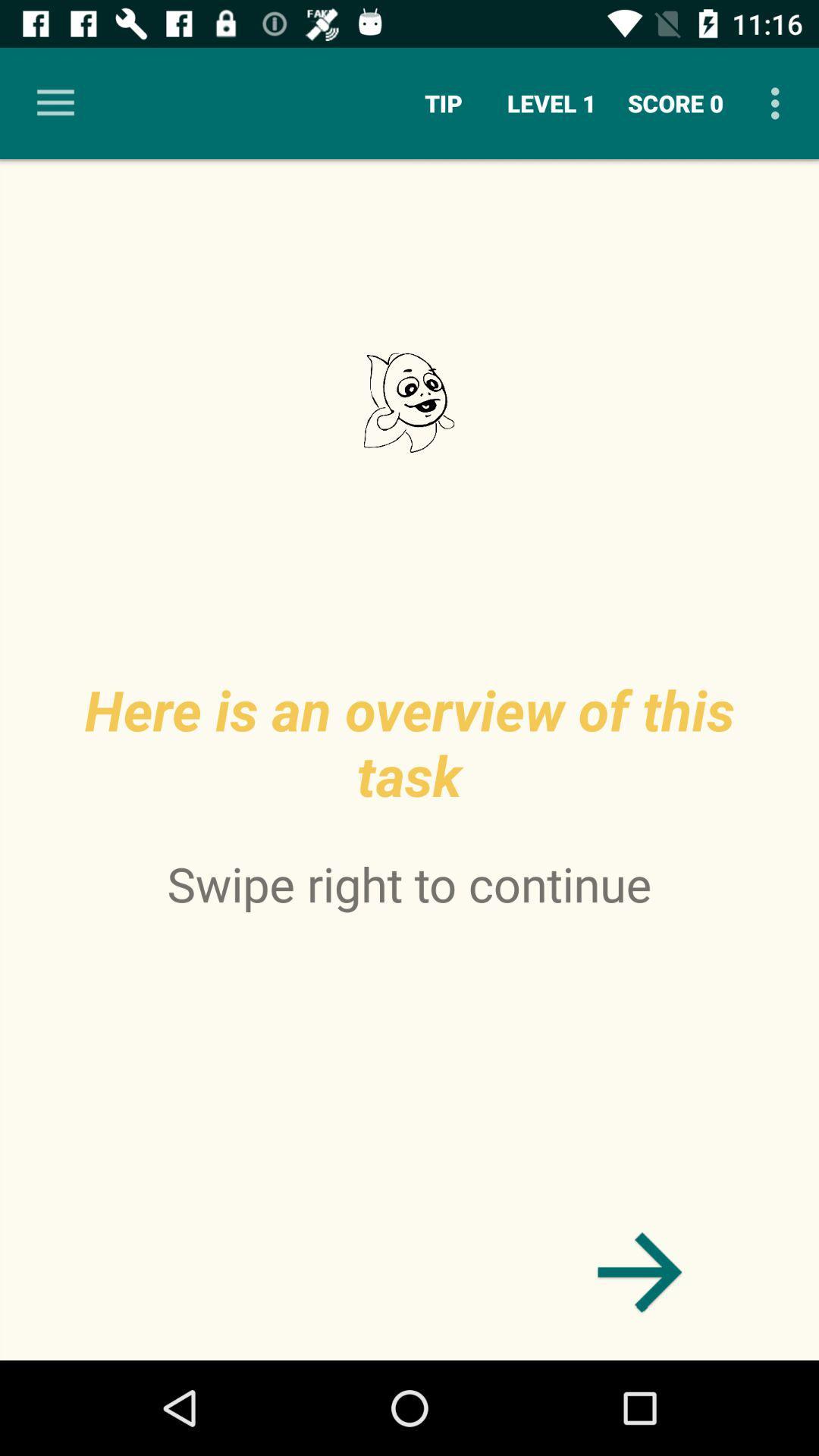  Describe the element at coordinates (444, 102) in the screenshot. I see `the item next to the level 1 item` at that location.